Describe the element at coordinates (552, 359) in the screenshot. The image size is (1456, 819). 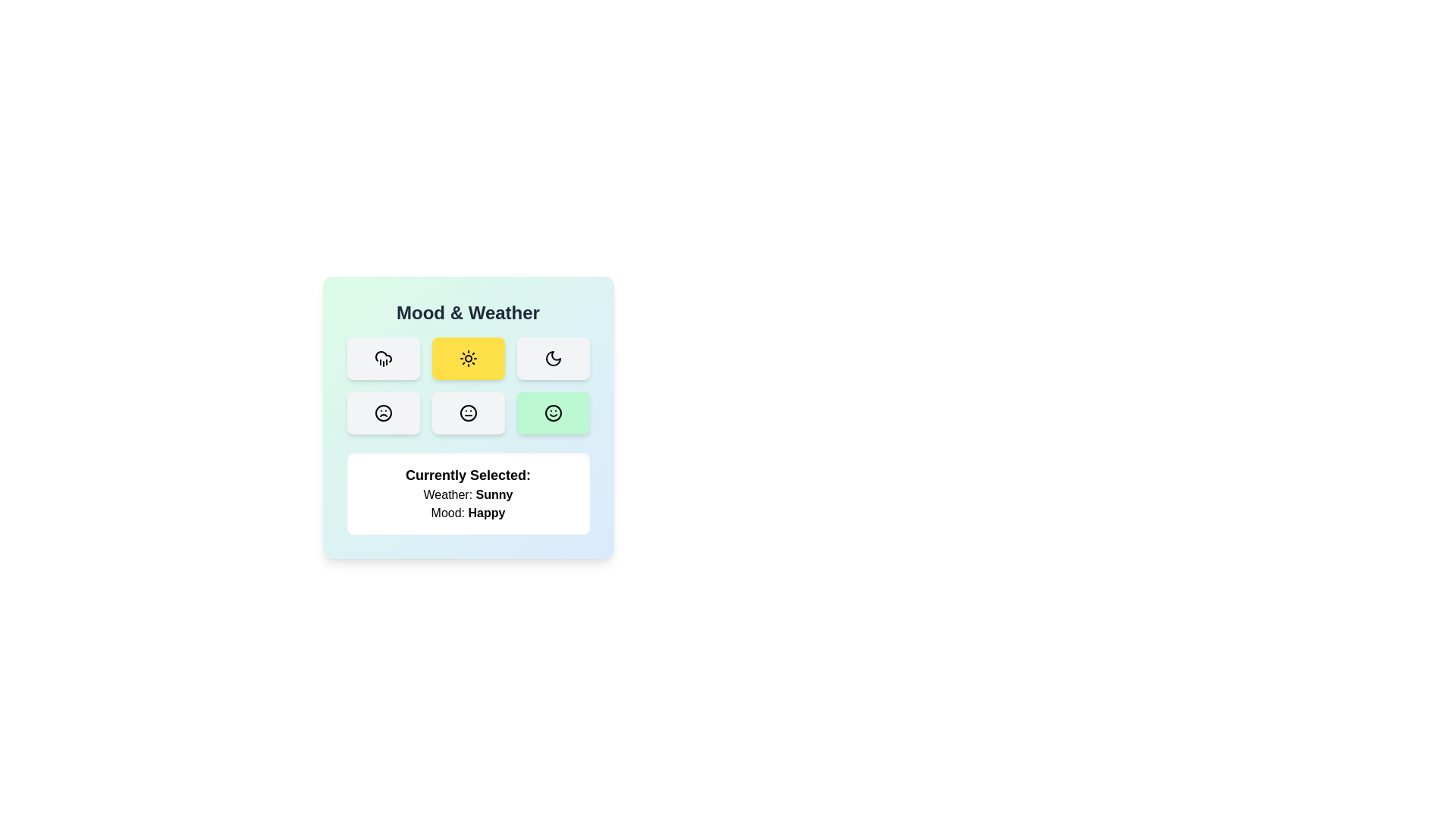
I see `the third button in the top row of the 3x2 grid layout, which represents the night or moon state` at that location.